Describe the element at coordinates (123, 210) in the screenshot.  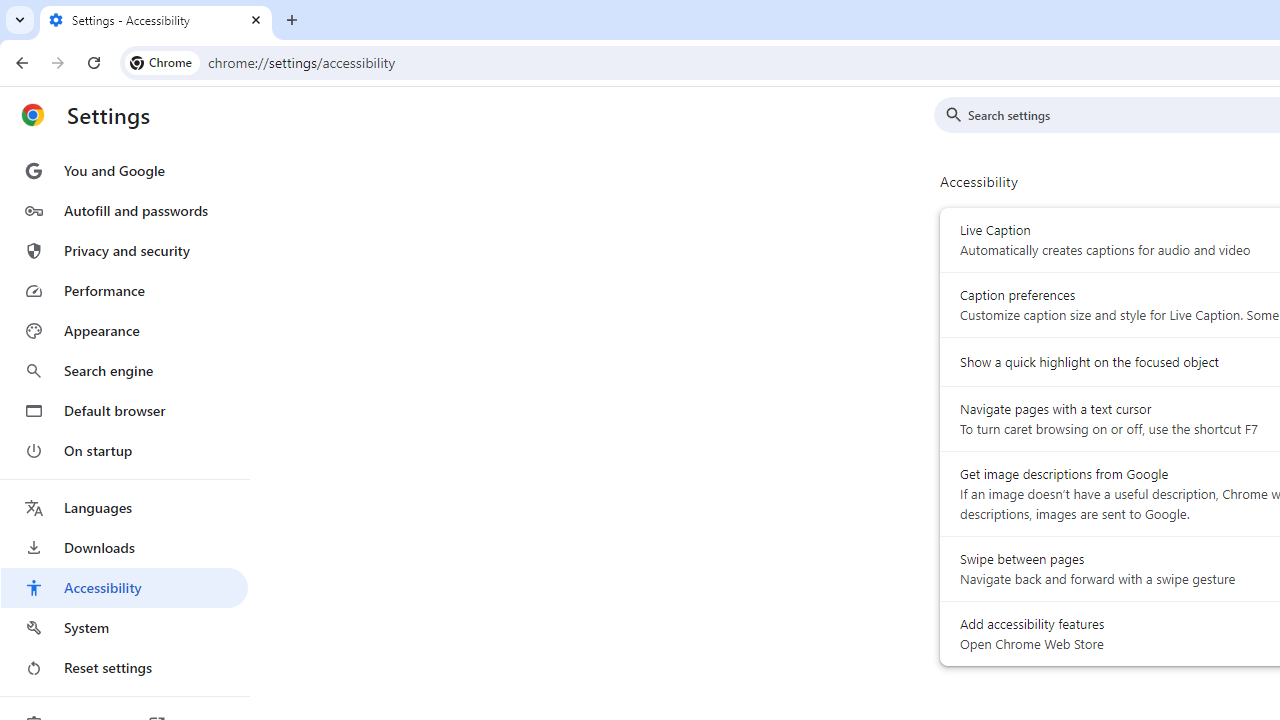
I see `'Autofill and passwords'` at that location.